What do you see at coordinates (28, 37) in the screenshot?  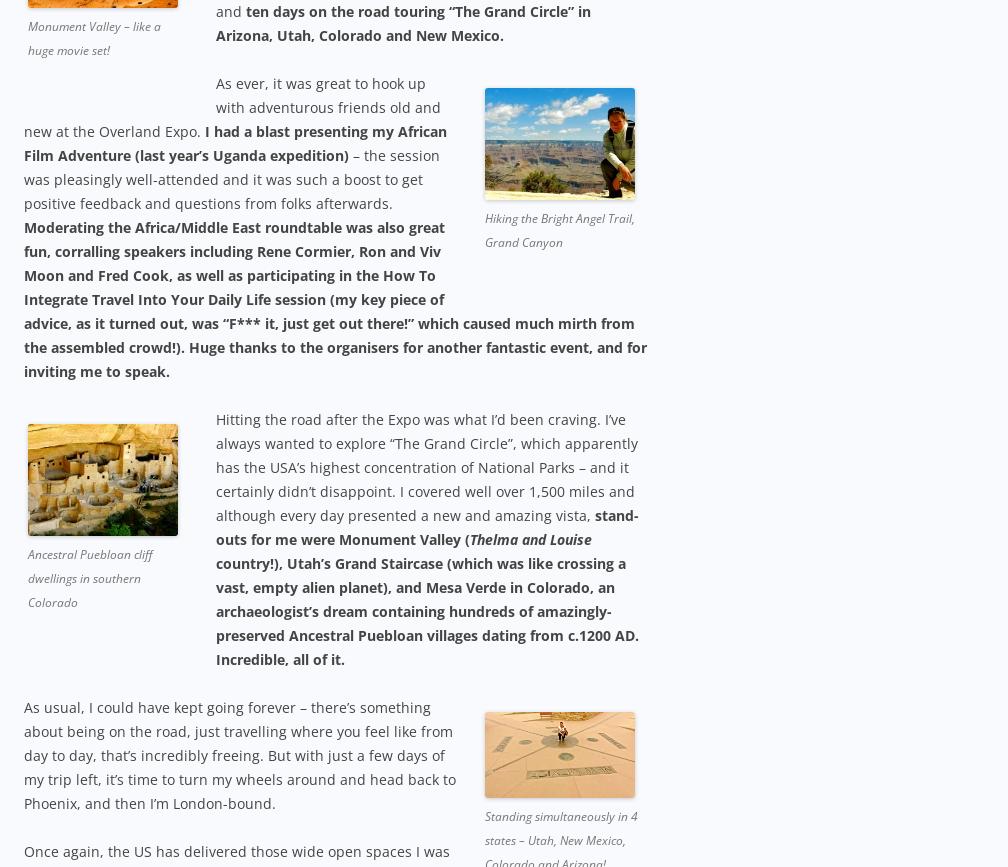 I see `'Monument Valley – like a huge movie set!'` at bounding box center [28, 37].